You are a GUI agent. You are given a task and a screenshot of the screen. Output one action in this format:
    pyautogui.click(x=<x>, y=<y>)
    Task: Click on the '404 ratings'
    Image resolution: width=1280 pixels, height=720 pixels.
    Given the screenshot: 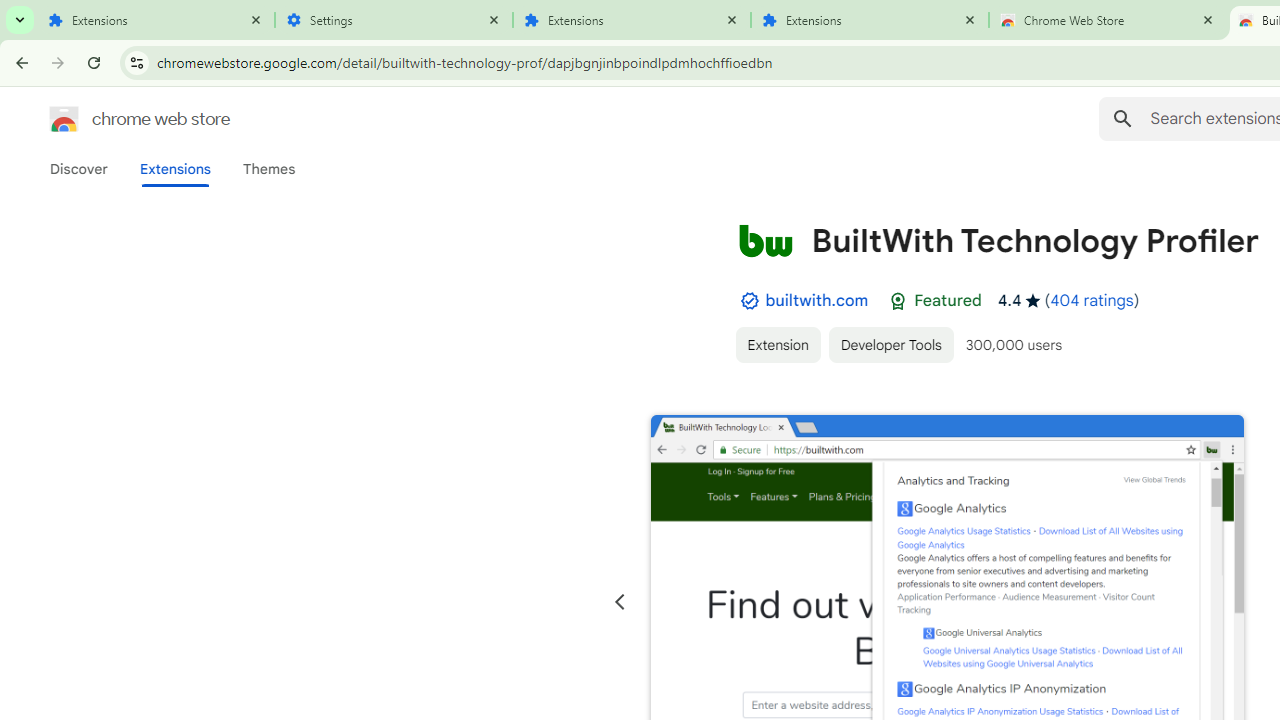 What is the action you would take?
    pyautogui.click(x=1090, y=300)
    